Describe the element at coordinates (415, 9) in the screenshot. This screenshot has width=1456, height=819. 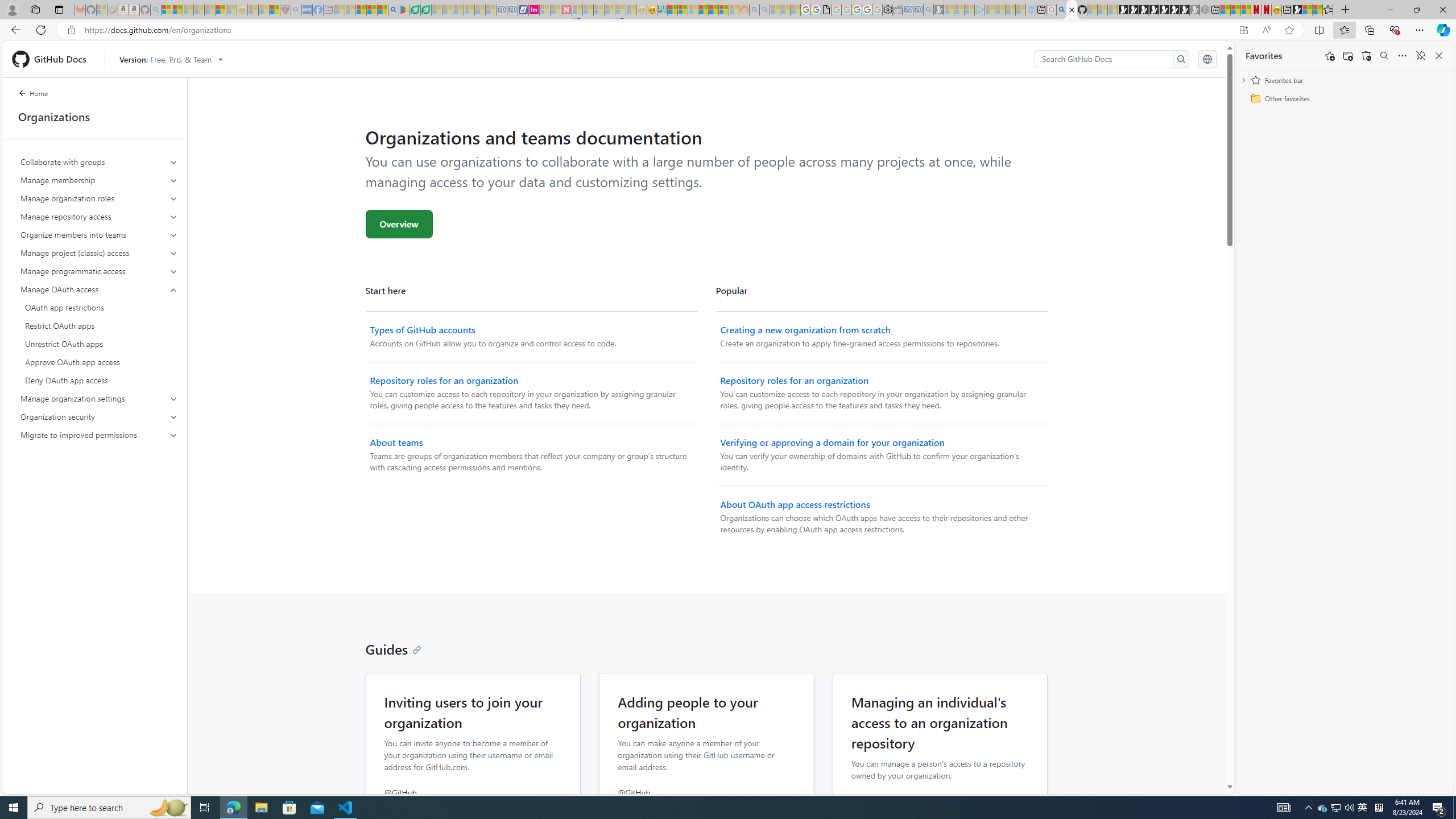
I see `'Terms of Use Agreement'` at that location.